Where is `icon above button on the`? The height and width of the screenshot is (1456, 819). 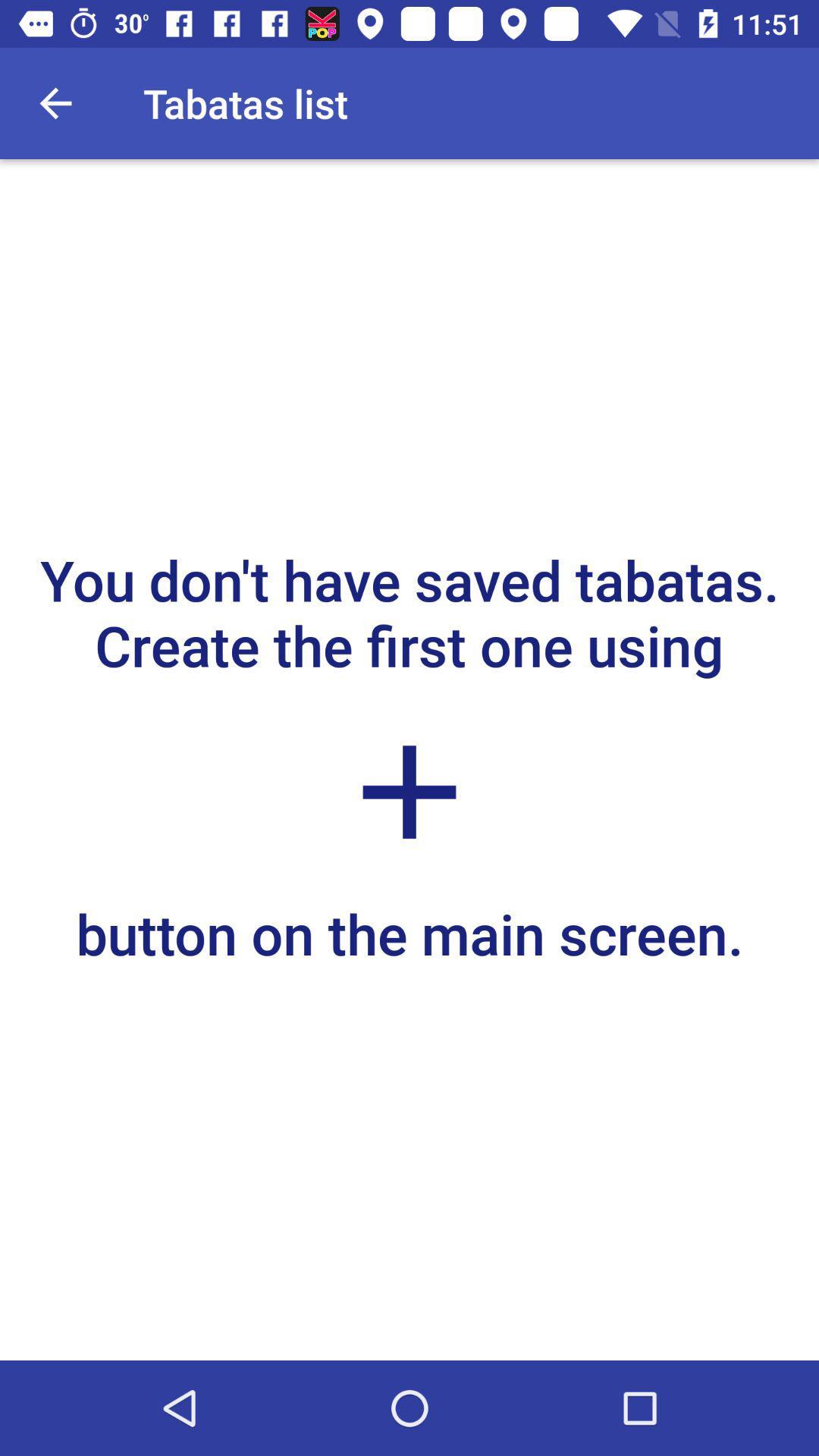 icon above button on the is located at coordinates (409, 791).